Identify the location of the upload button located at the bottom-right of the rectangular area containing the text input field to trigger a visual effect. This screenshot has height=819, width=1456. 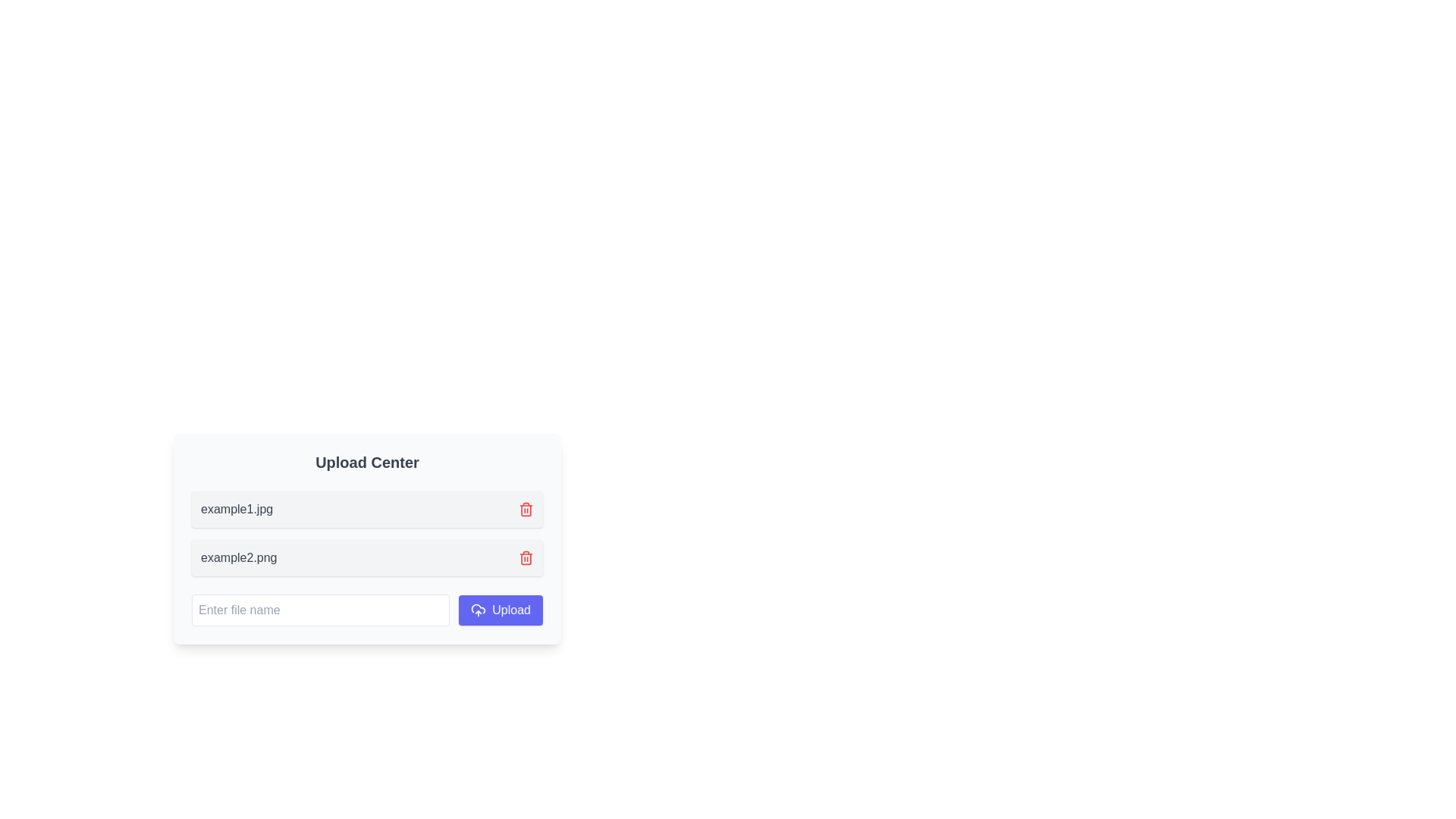
(500, 610).